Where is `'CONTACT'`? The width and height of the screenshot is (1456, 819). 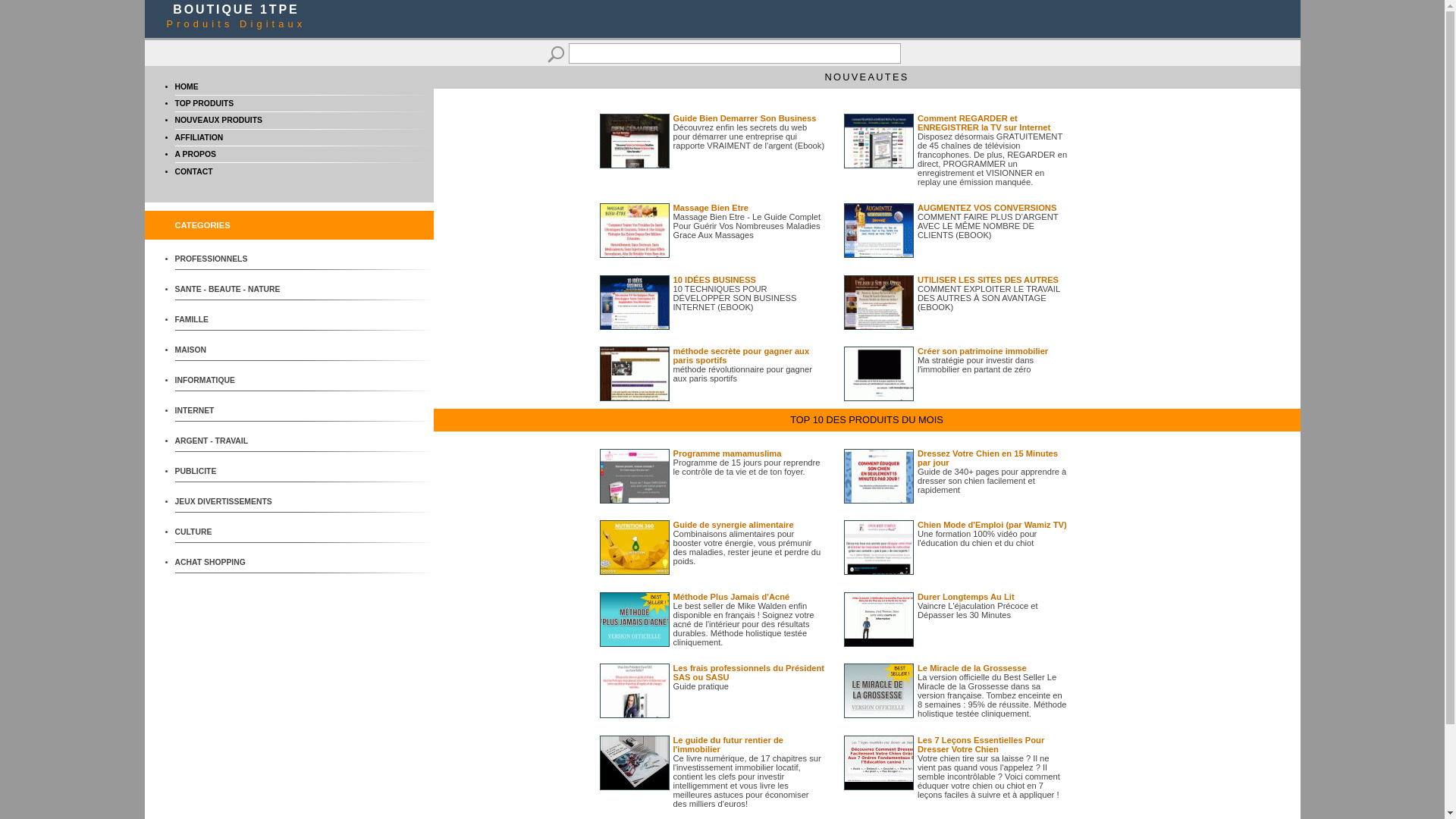 'CONTACT' is located at coordinates (174, 171).